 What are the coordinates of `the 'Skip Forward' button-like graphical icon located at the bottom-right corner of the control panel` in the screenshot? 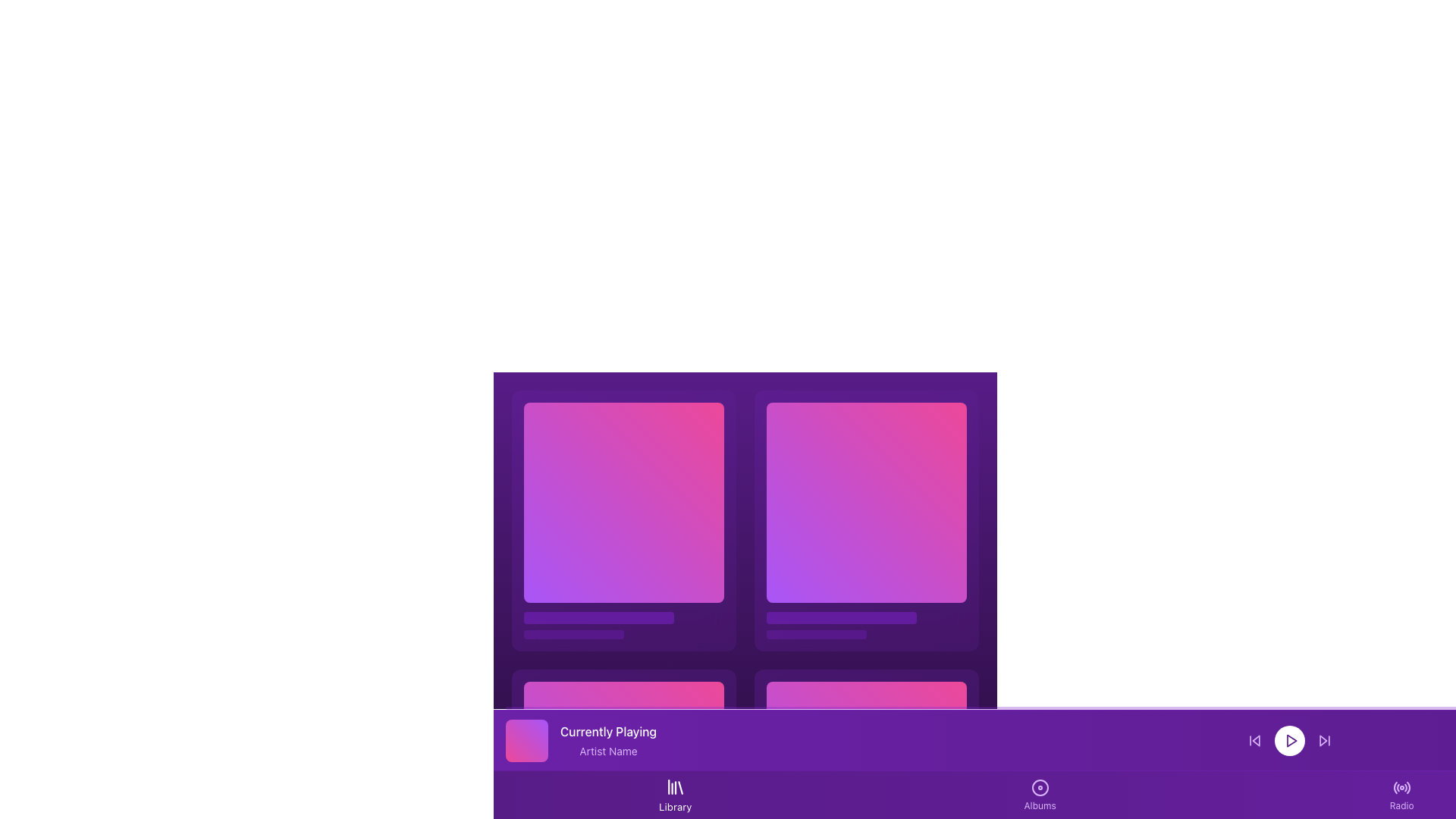 It's located at (1322, 739).